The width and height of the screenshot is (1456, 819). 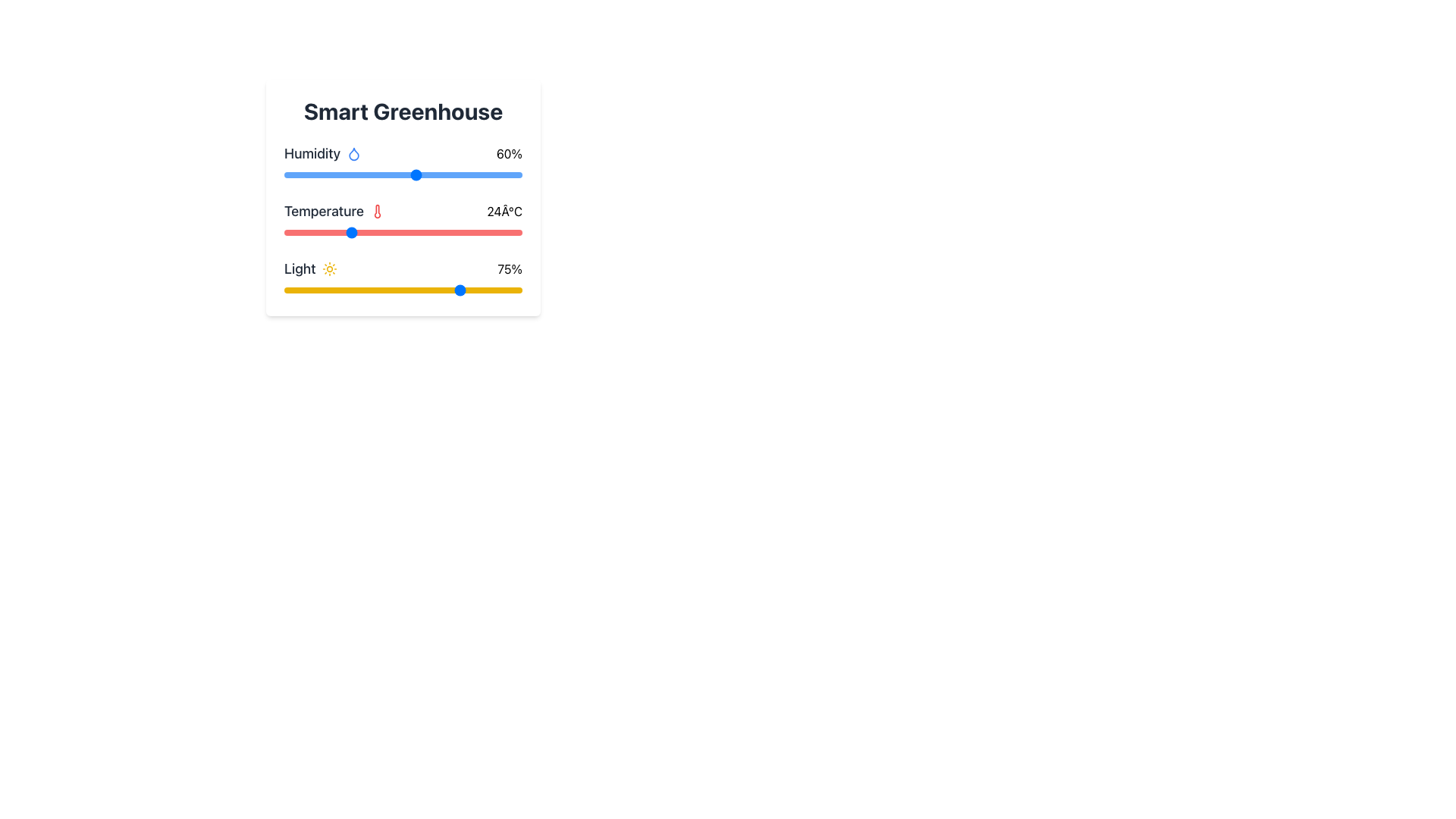 What do you see at coordinates (315, 233) in the screenshot?
I see `the temperature` at bounding box center [315, 233].